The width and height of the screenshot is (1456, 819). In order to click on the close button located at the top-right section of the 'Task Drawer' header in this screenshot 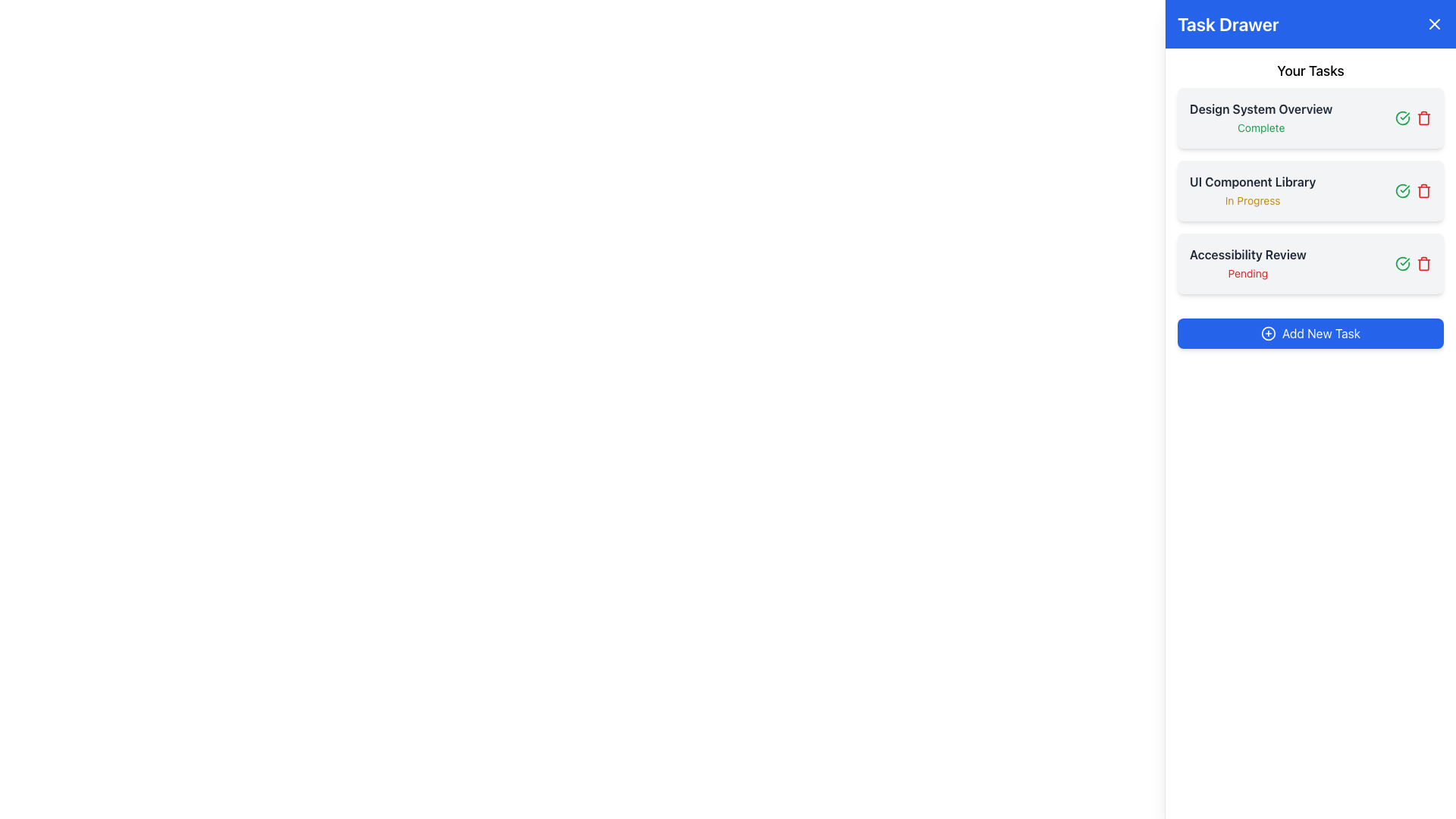, I will do `click(1433, 24)`.